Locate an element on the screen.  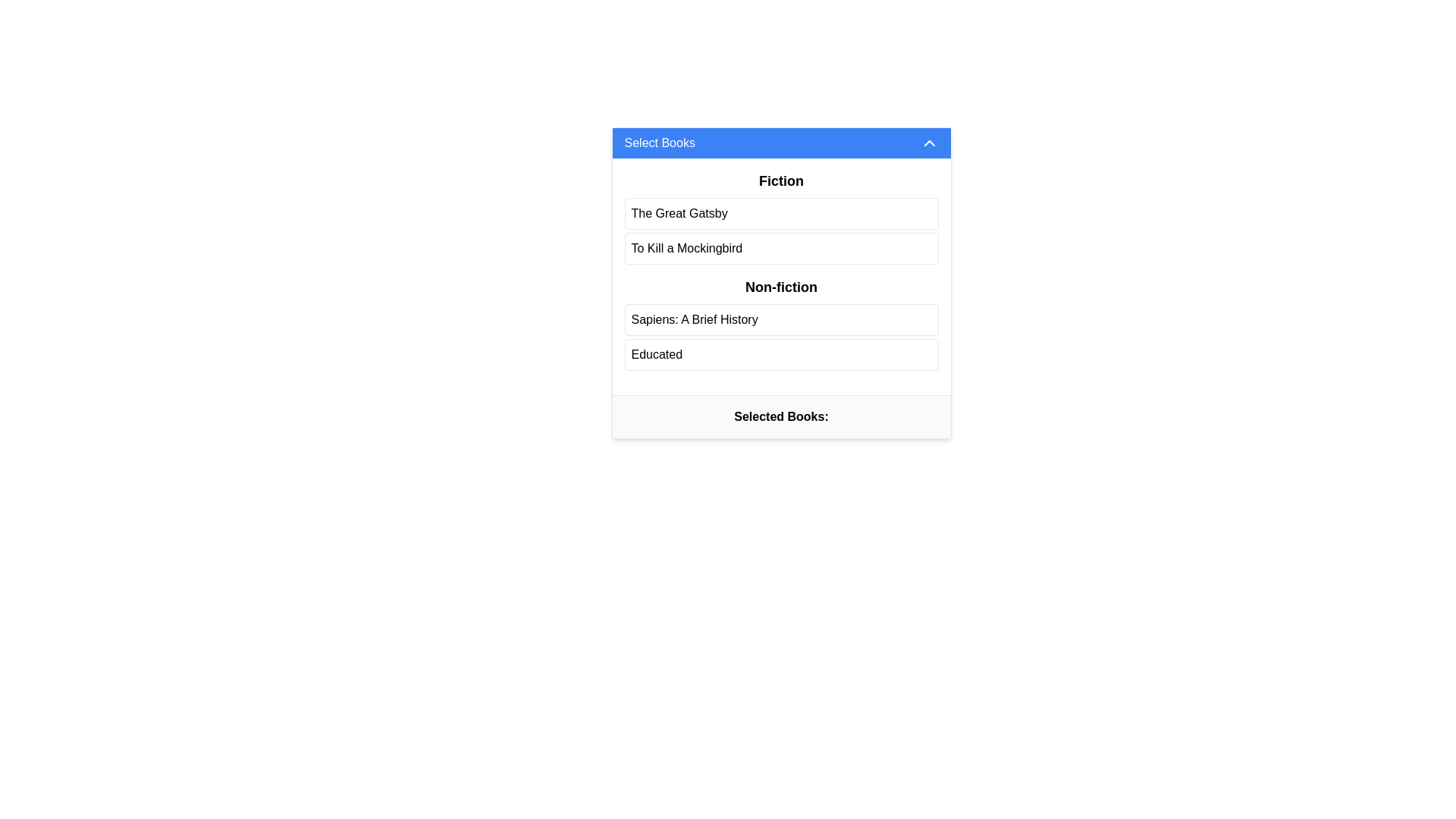
the upward-pointing chevron icon located at the far-right side of the blue header bar labeled 'Select Books' is located at coordinates (928, 143).